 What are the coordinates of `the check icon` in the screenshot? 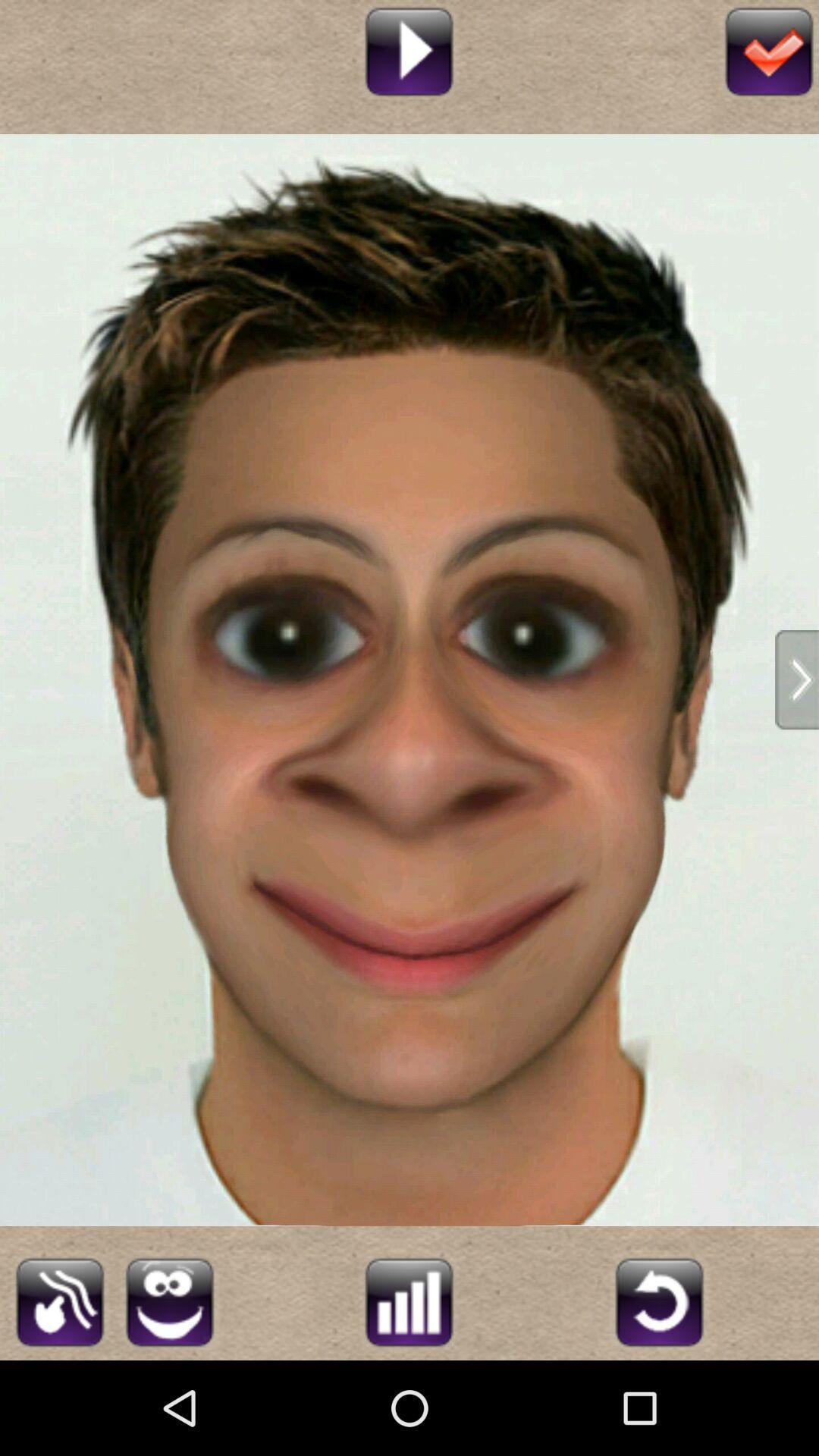 It's located at (769, 53).